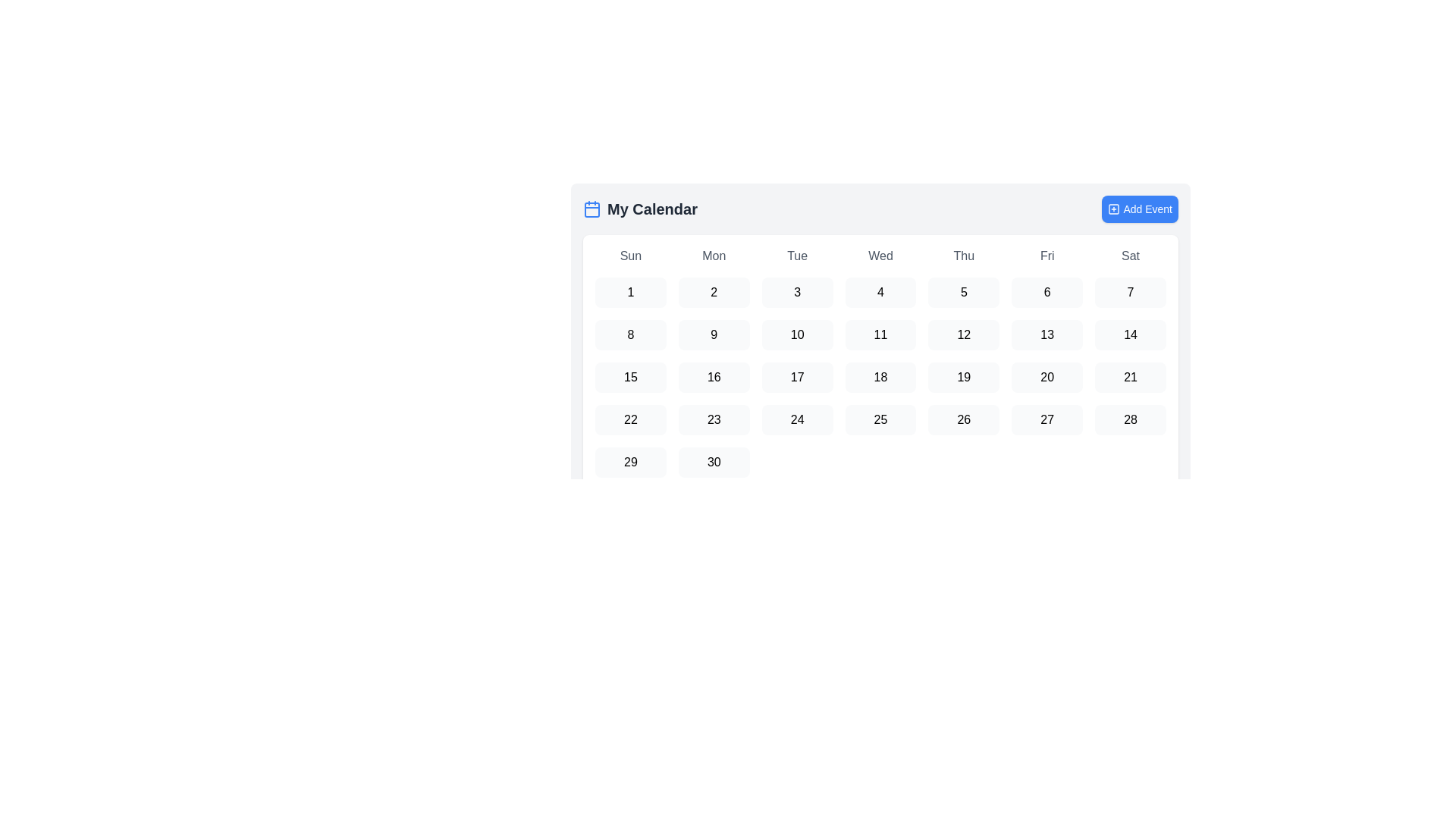 Image resolution: width=1456 pixels, height=819 pixels. What do you see at coordinates (1140, 209) in the screenshot?
I see `the button located in the 'My Calendar' section at the top-right corner of the calendar view to initiate the addition of new events` at bounding box center [1140, 209].